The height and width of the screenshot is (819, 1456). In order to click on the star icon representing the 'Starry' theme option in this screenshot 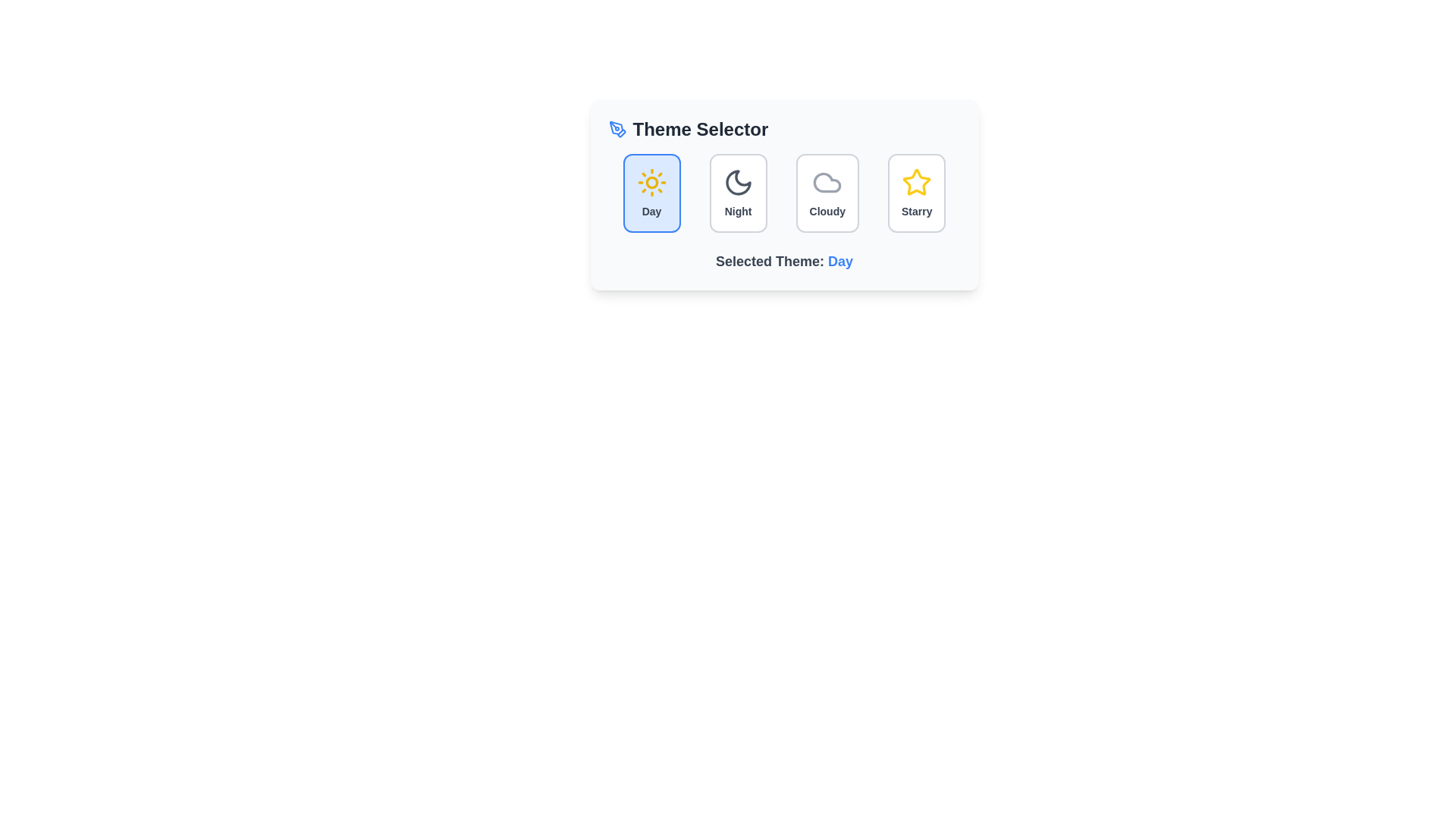, I will do `click(916, 181)`.